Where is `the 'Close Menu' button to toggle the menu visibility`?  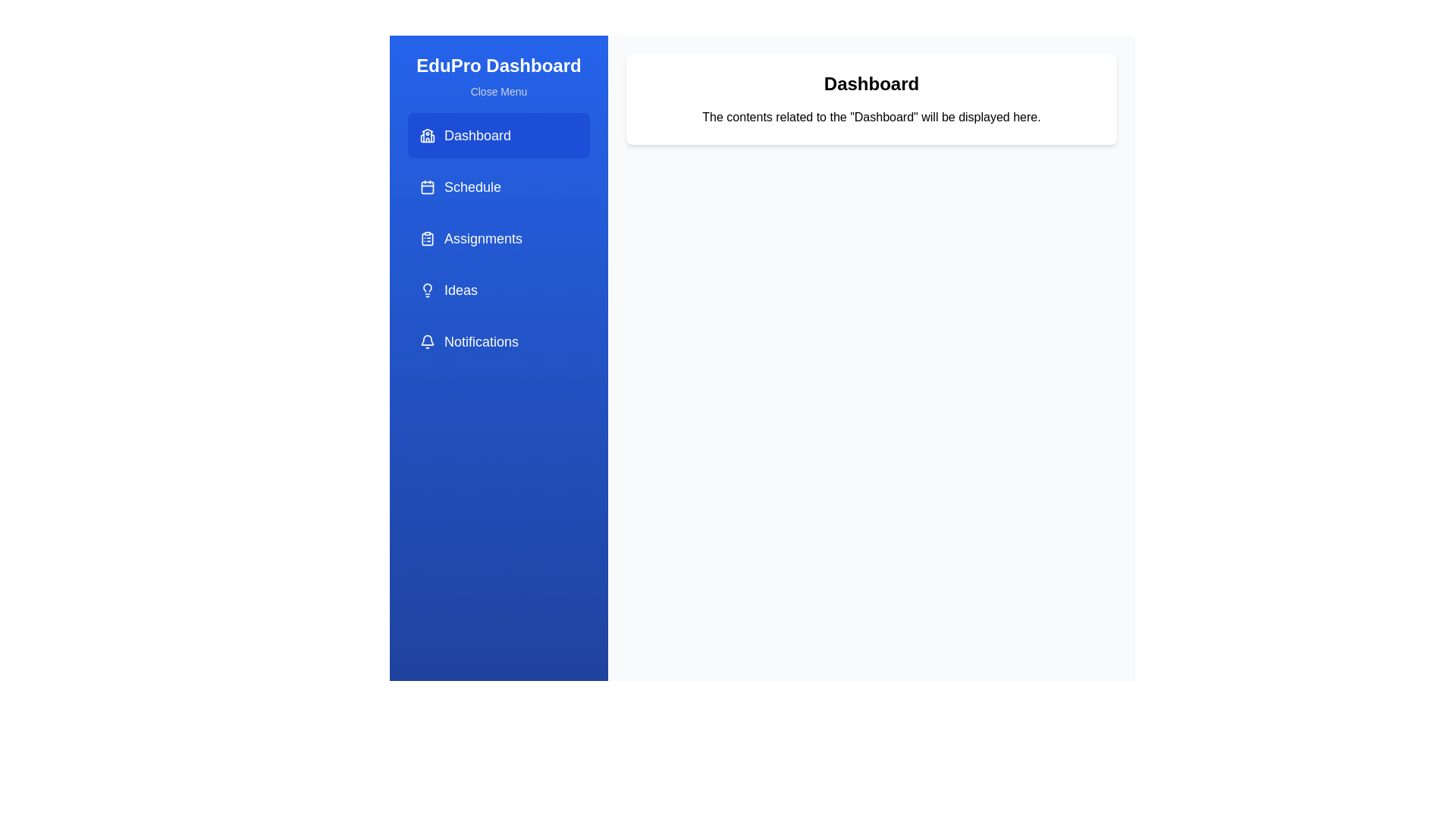 the 'Close Menu' button to toggle the menu visibility is located at coordinates (498, 91).